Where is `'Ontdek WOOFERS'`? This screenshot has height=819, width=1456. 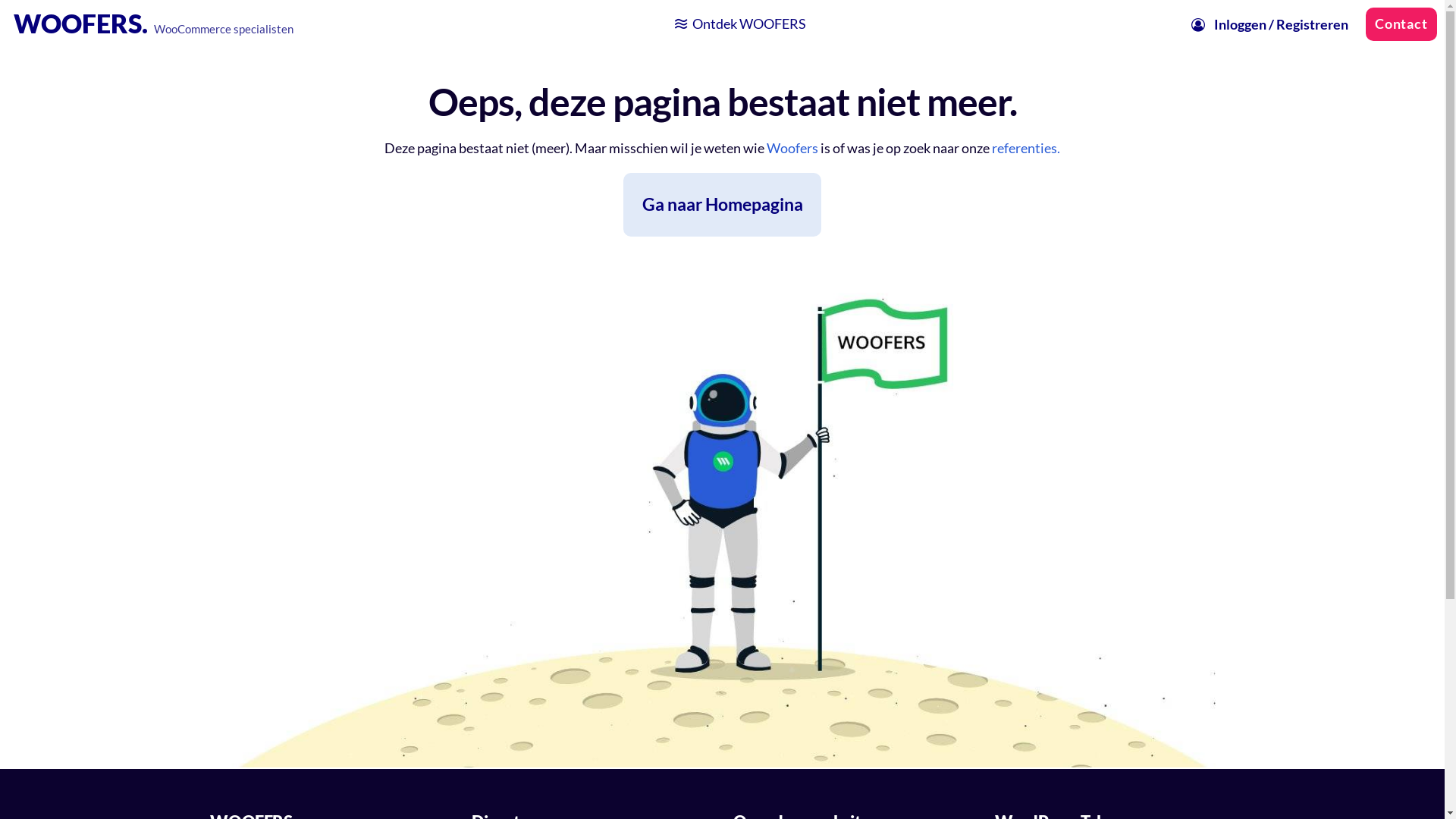 'Ontdek WOOFERS' is located at coordinates (739, 24).